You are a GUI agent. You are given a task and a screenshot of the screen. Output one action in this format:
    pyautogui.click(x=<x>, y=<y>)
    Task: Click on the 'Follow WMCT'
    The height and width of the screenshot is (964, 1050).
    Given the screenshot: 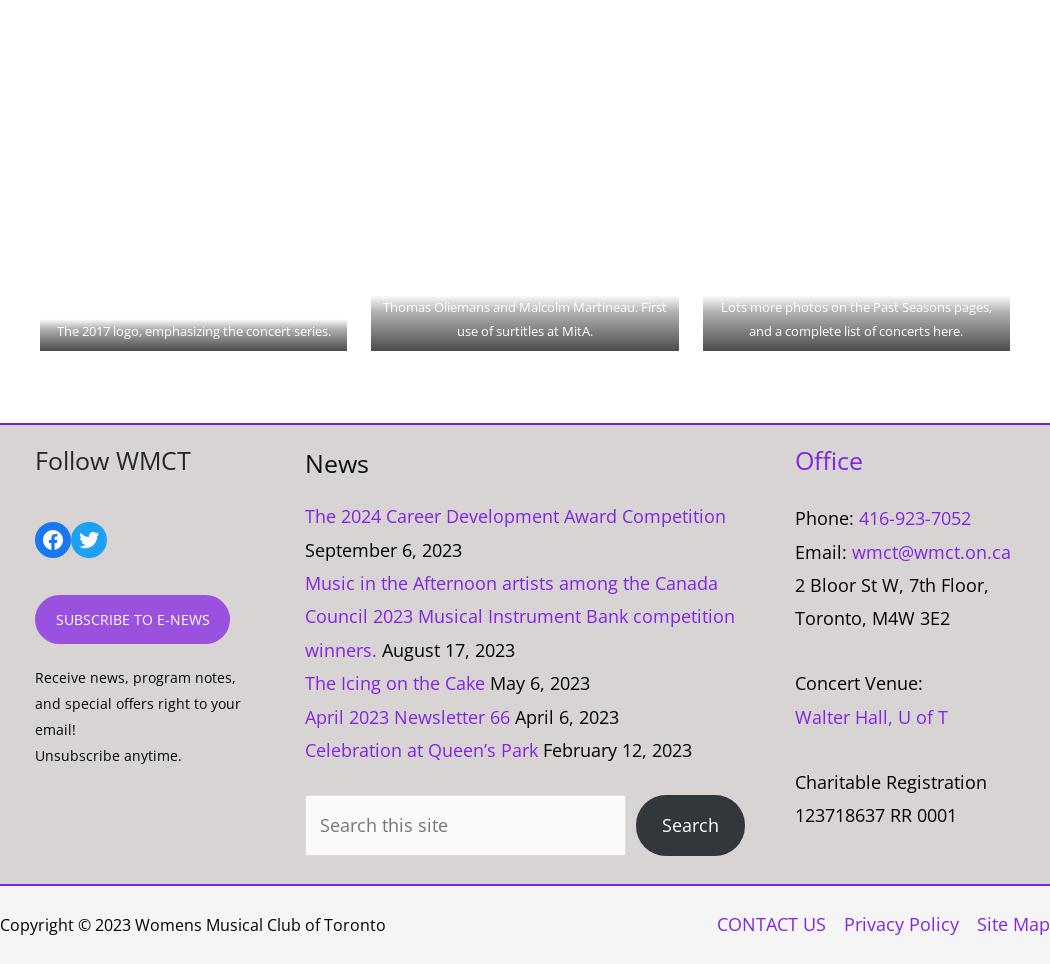 What is the action you would take?
    pyautogui.click(x=112, y=460)
    